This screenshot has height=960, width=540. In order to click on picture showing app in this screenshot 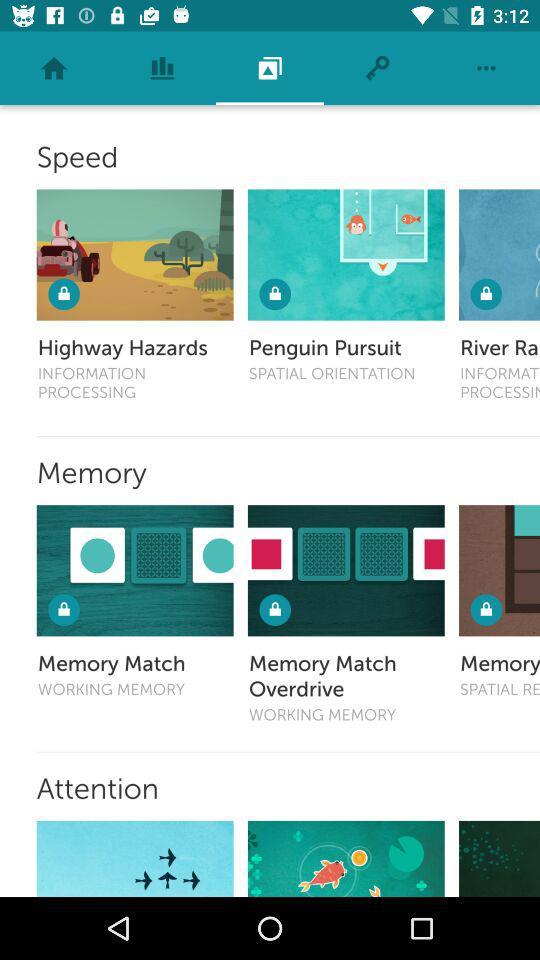, I will do `click(345, 570)`.